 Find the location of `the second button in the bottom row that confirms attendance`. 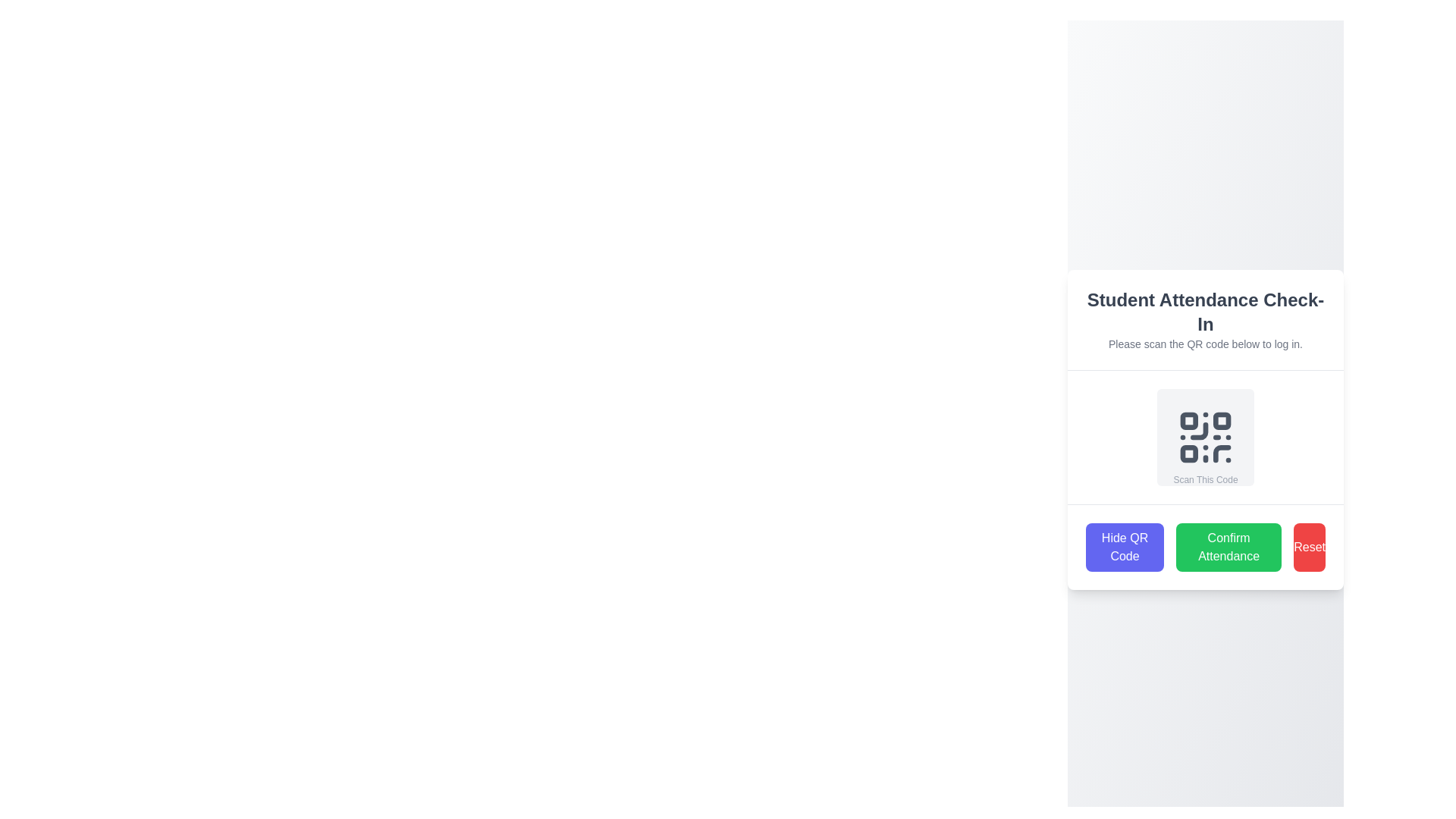

the second button in the bottom row that confirms attendance is located at coordinates (1228, 547).